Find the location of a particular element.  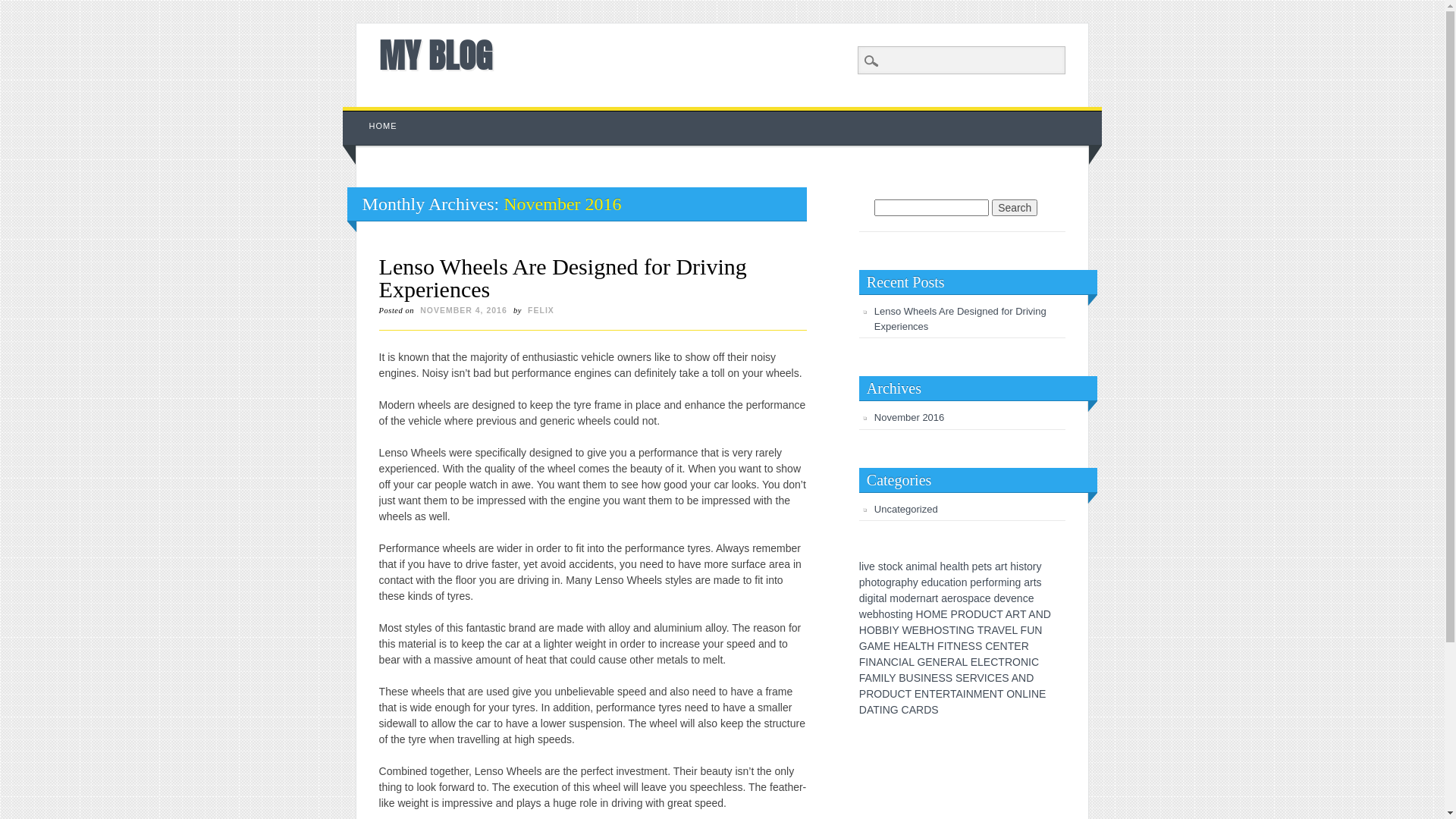

'r' is located at coordinates (954, 598).